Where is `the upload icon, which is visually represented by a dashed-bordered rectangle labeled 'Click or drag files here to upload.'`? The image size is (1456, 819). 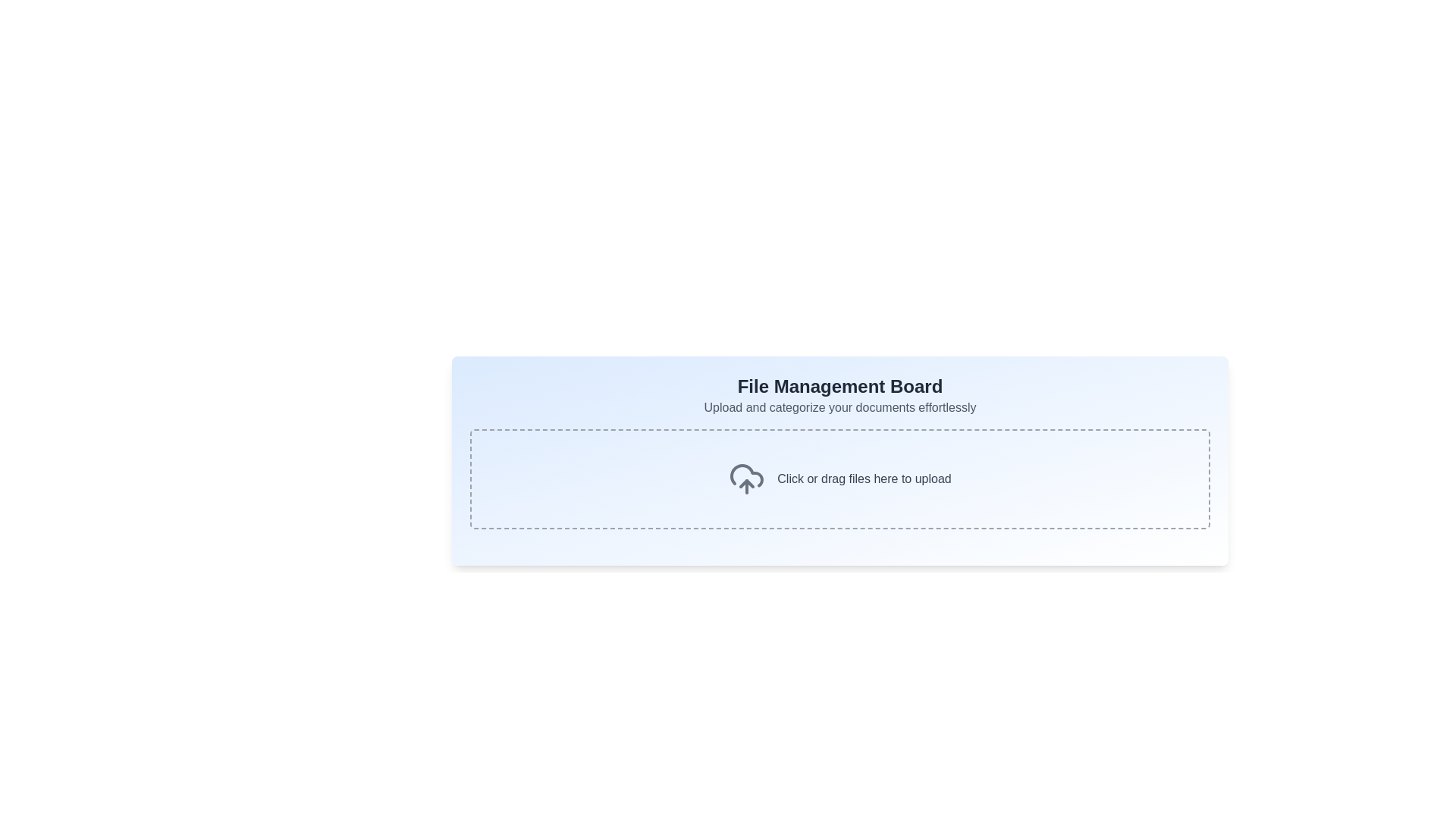 the upload icon, which is visually represented by a dashed-bordered rectangle labeled 'Click or drag files here to upload.' is located at coordinates (747, 479).